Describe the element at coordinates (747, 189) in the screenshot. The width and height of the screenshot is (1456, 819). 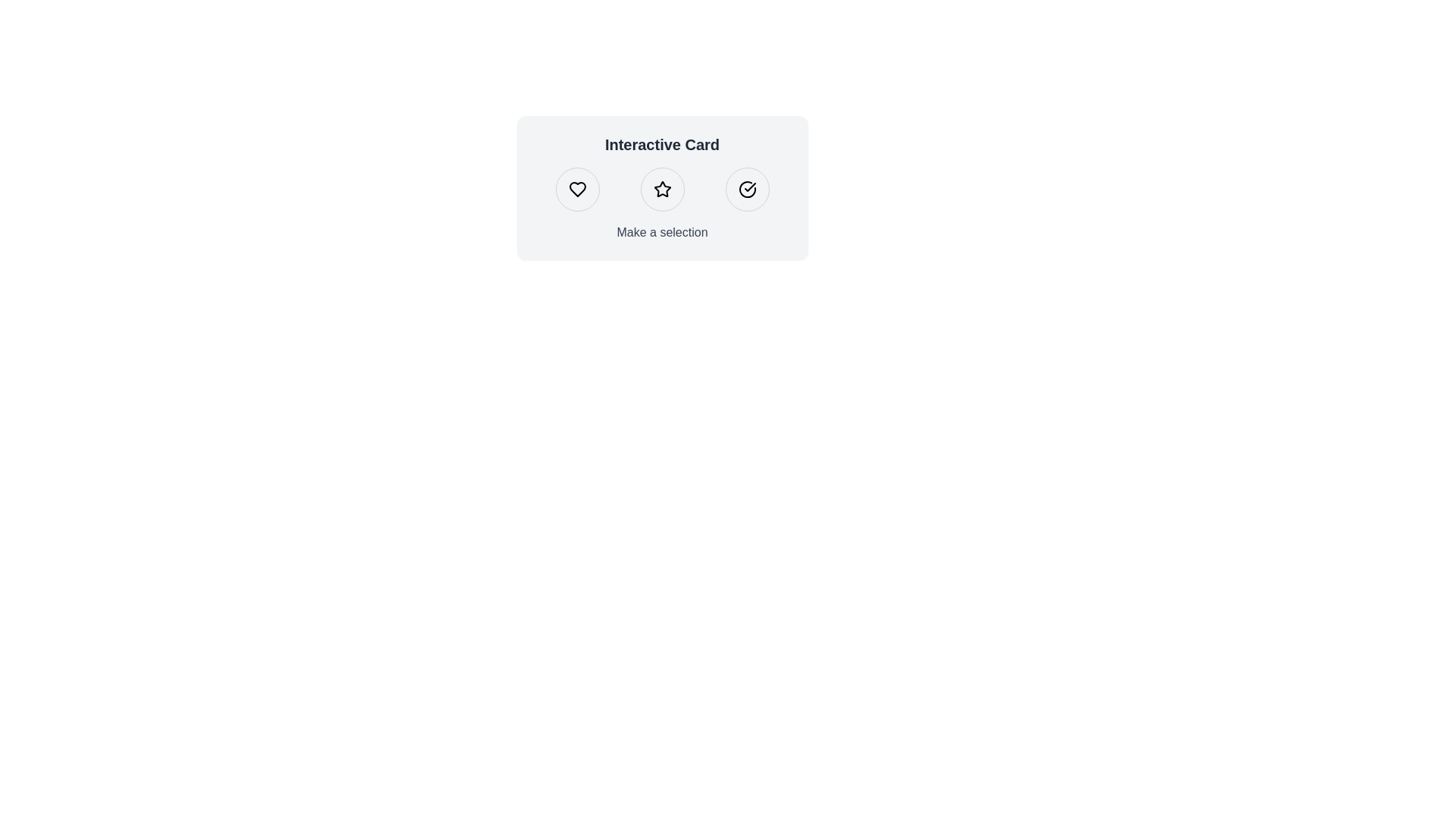
I see `the third button in a horizontal row of three buttons on the right side to confirm the action` at that location.